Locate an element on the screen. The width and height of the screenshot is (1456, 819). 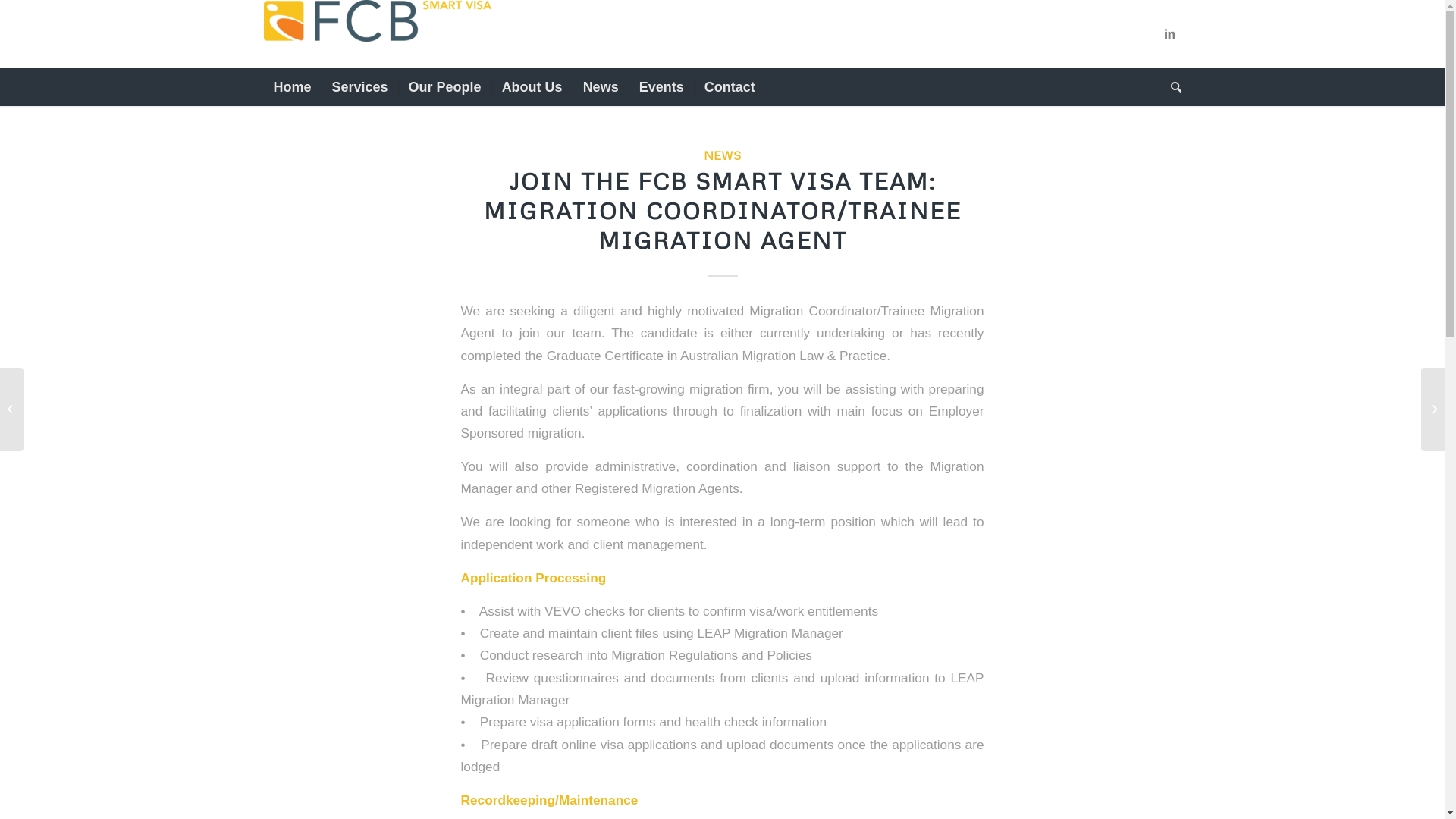
'Contact' is located at coordinates (729, 87).